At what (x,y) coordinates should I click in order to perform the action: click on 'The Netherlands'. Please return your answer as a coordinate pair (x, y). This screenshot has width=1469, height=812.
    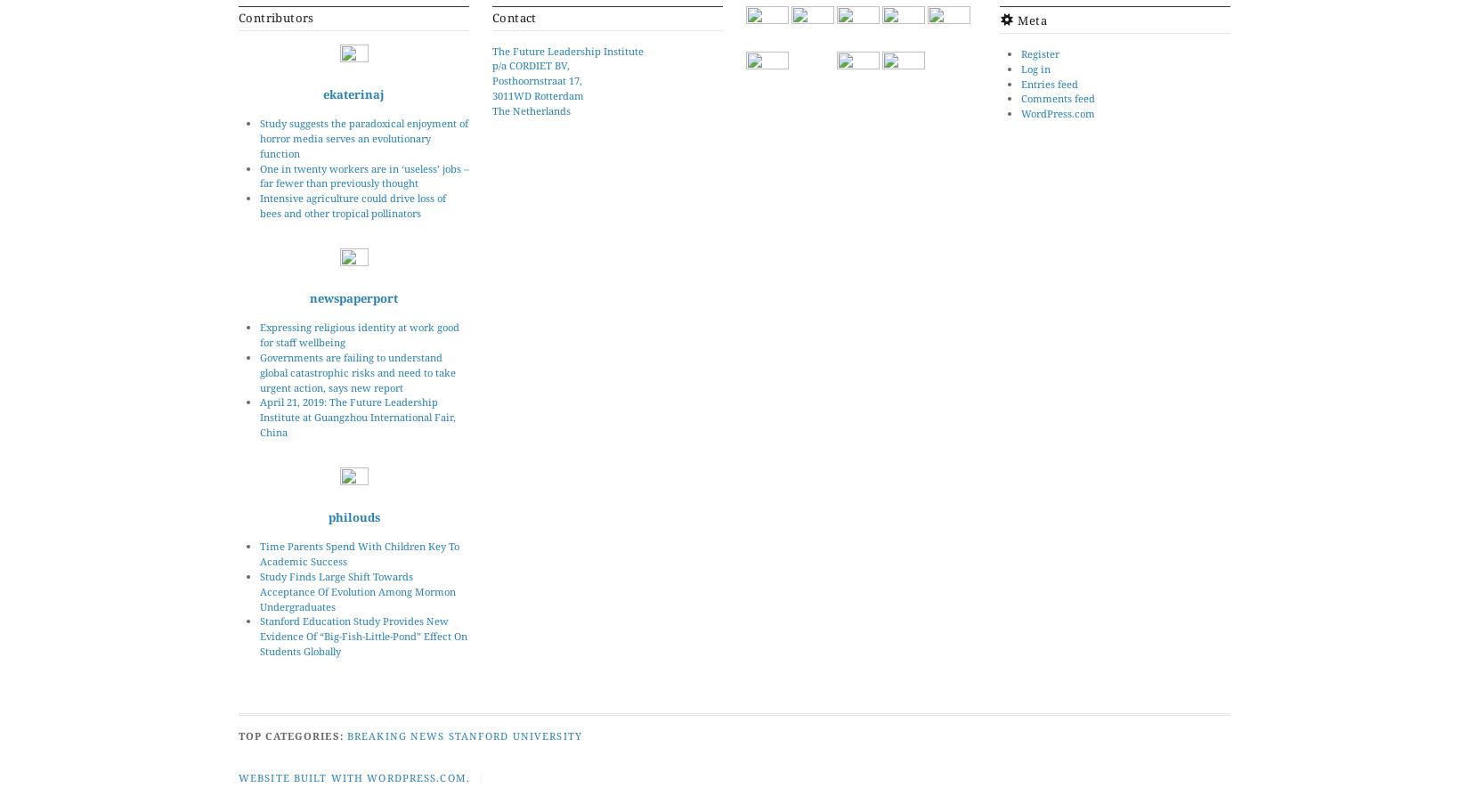
    Looking at the image, I should click on (530, 109).